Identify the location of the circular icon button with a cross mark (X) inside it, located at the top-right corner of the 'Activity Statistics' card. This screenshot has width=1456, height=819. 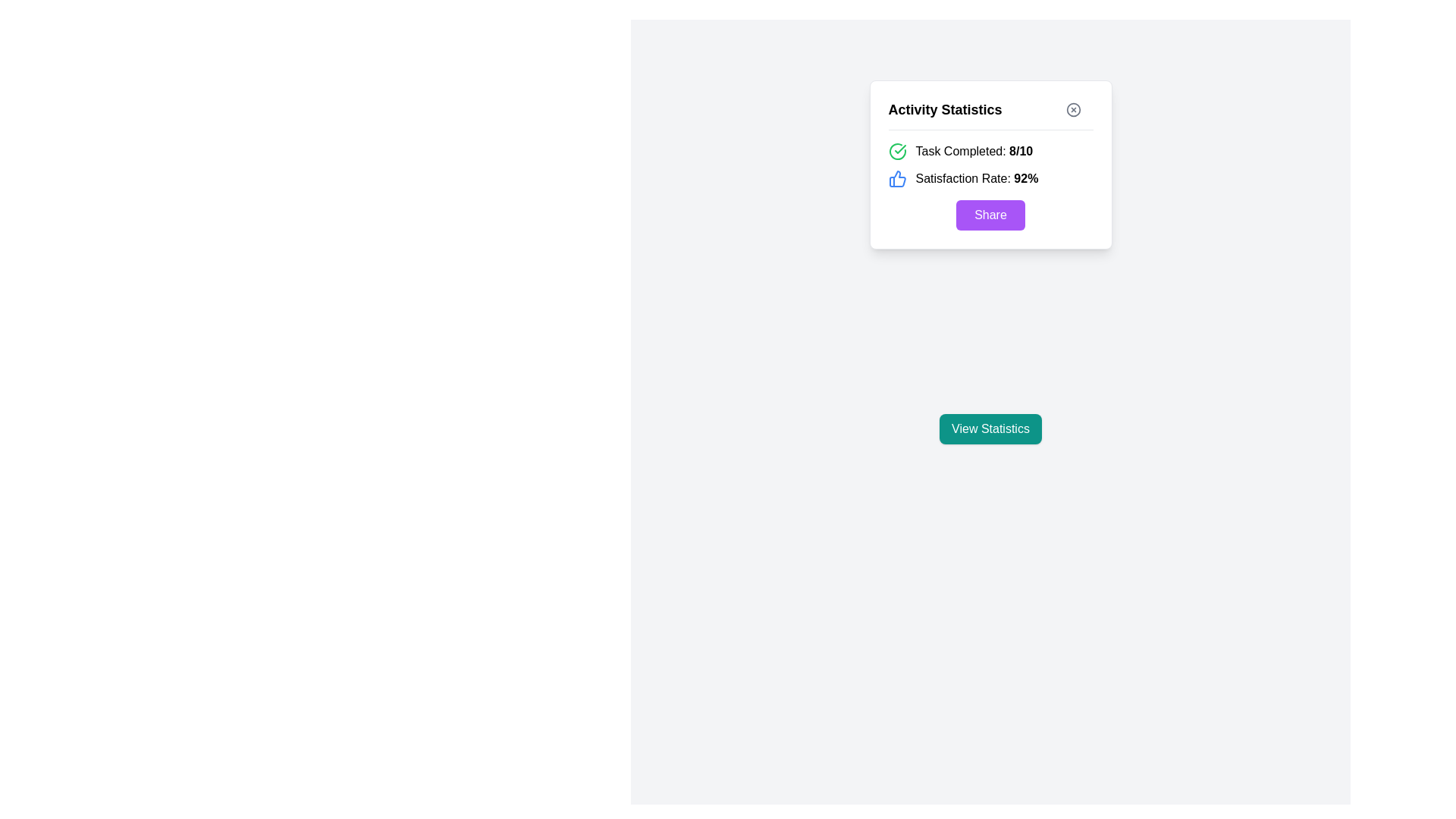
(1072, 109).